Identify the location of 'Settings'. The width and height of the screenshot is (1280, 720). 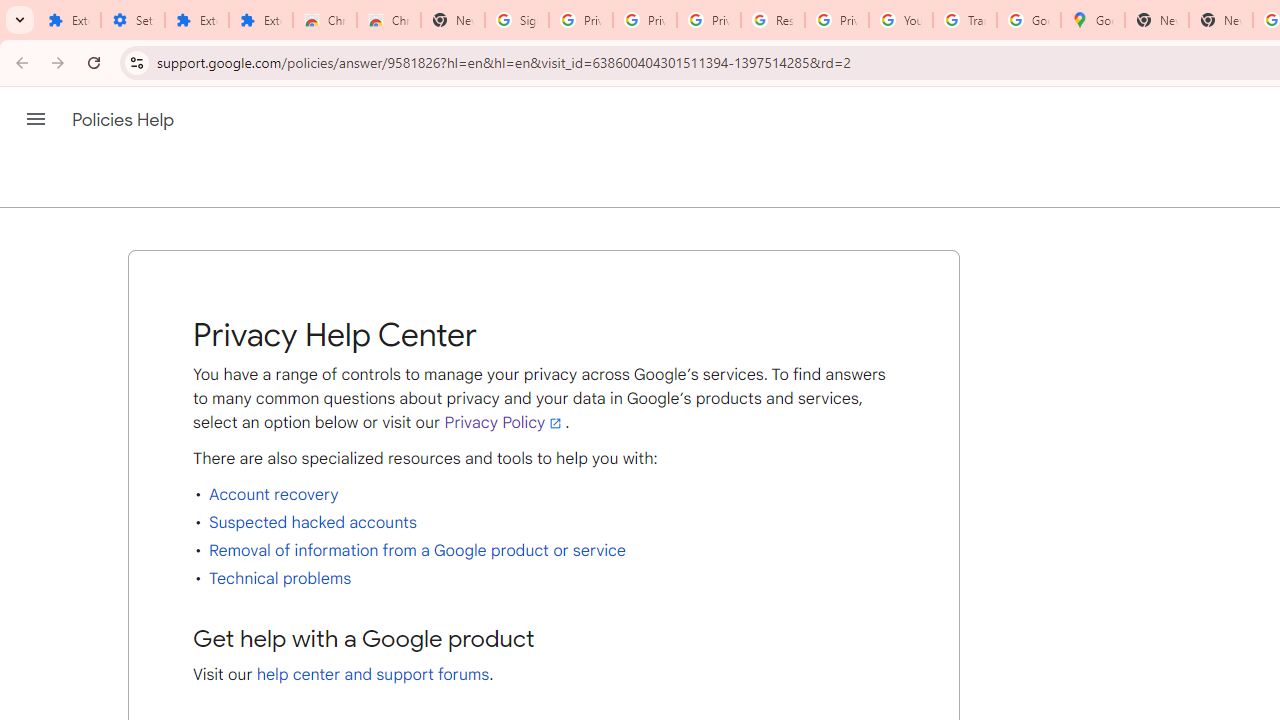
(132, 20).